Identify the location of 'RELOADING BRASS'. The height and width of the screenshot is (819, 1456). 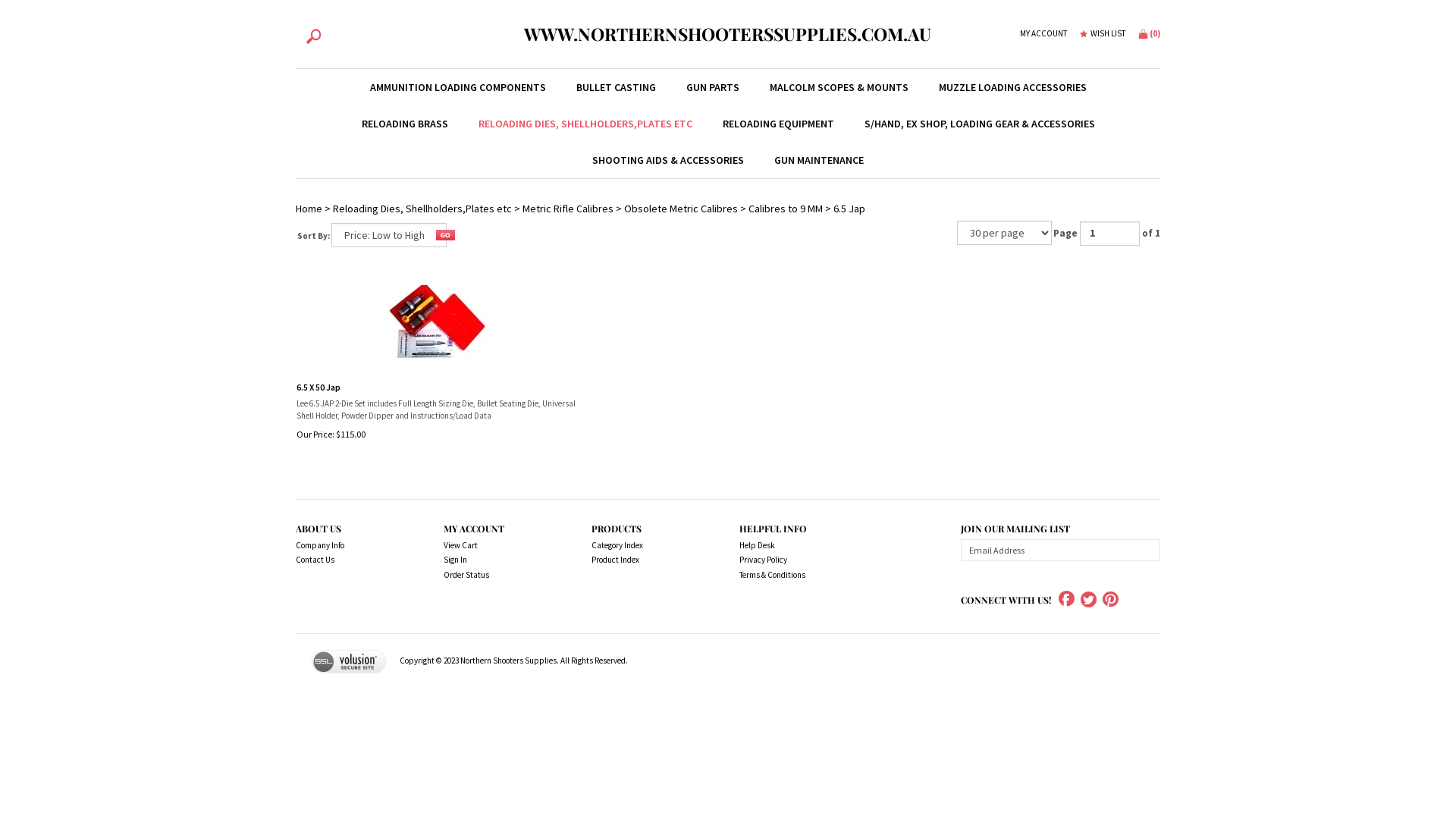
(403, 122).